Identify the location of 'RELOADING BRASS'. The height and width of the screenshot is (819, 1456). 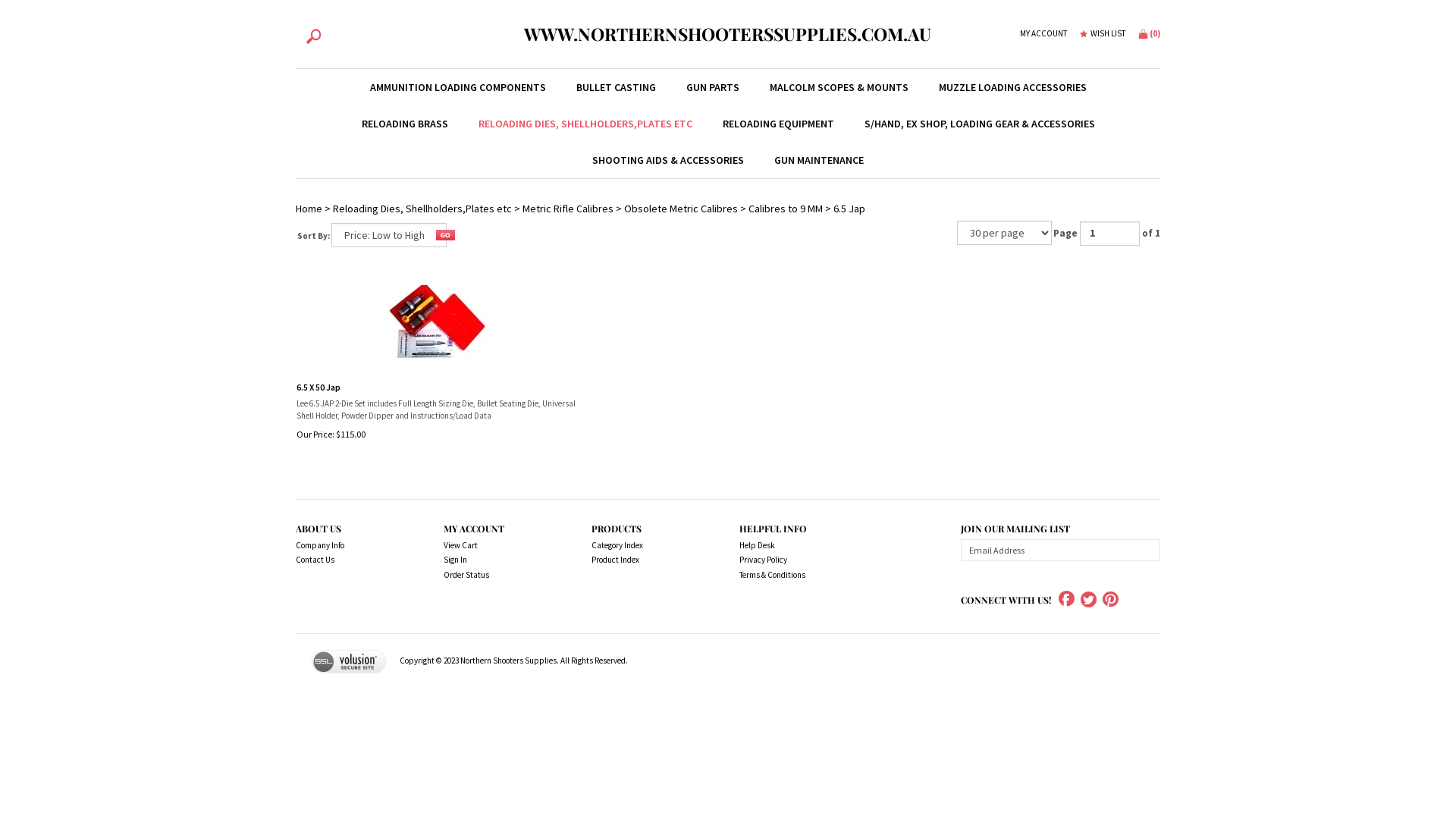
(403, 122).